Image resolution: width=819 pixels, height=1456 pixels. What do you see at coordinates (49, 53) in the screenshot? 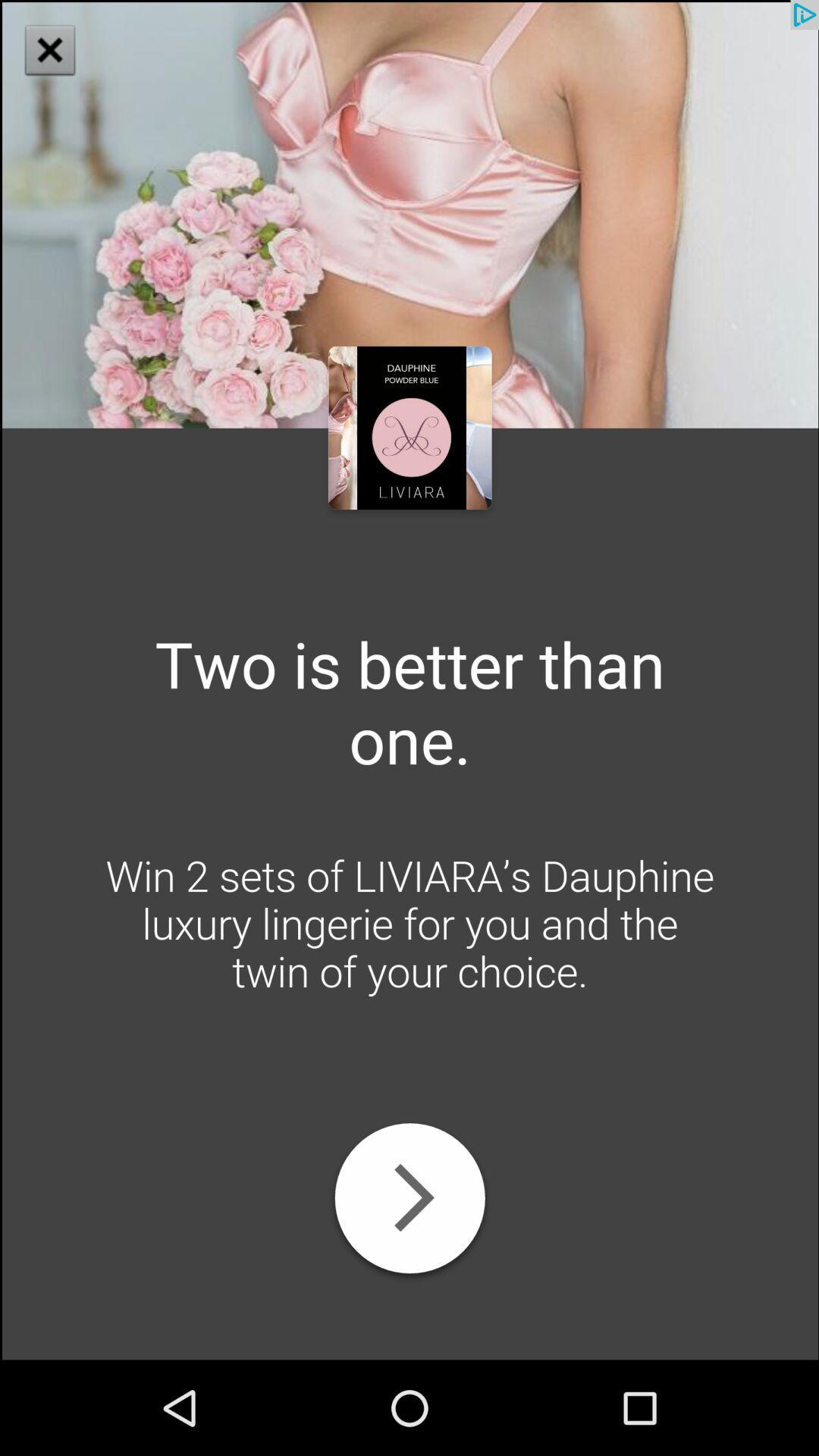
I see `the close icon` at bounding box center [49, 53].